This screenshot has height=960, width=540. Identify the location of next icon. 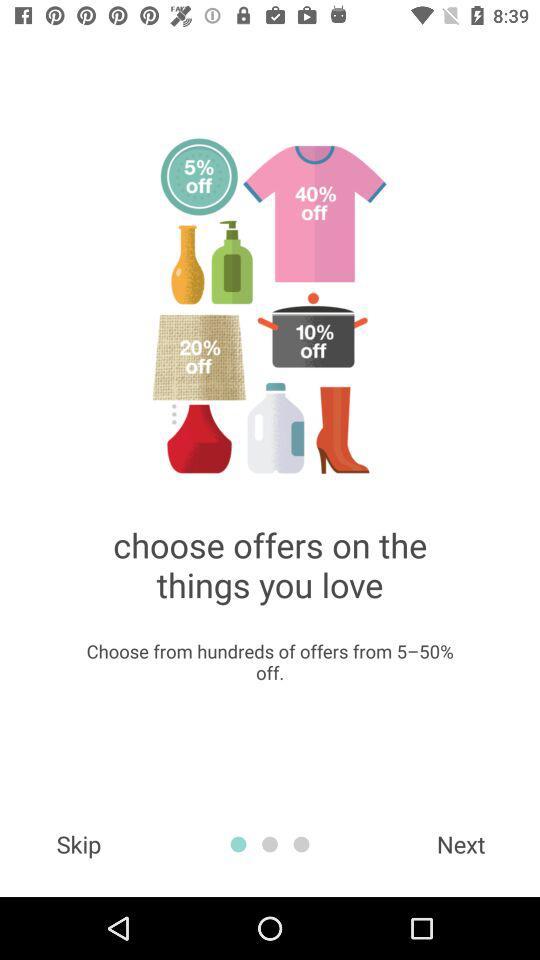
(461, 843).